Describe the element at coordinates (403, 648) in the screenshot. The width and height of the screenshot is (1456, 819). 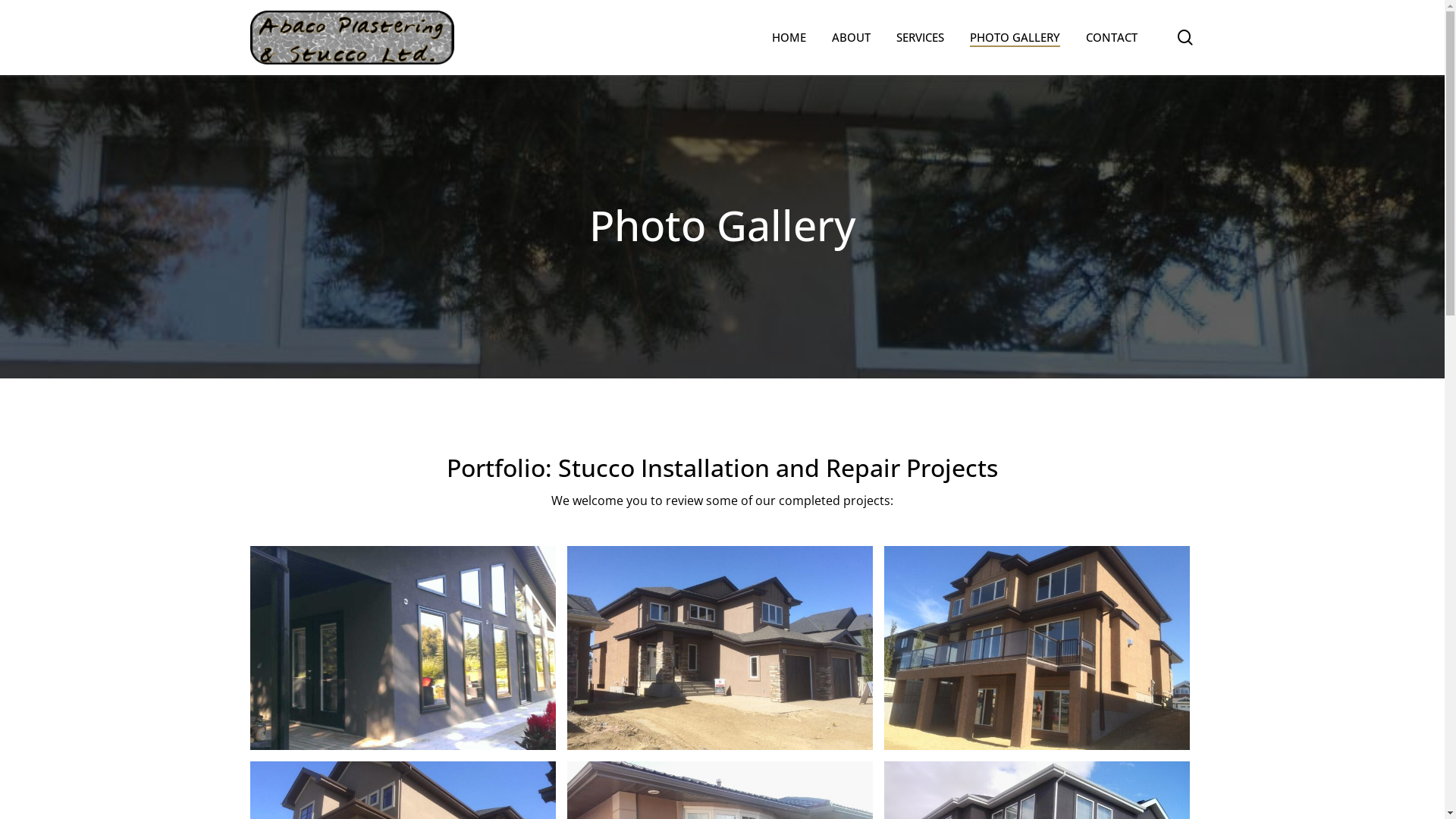
I see `'1 (1)'` at that location.